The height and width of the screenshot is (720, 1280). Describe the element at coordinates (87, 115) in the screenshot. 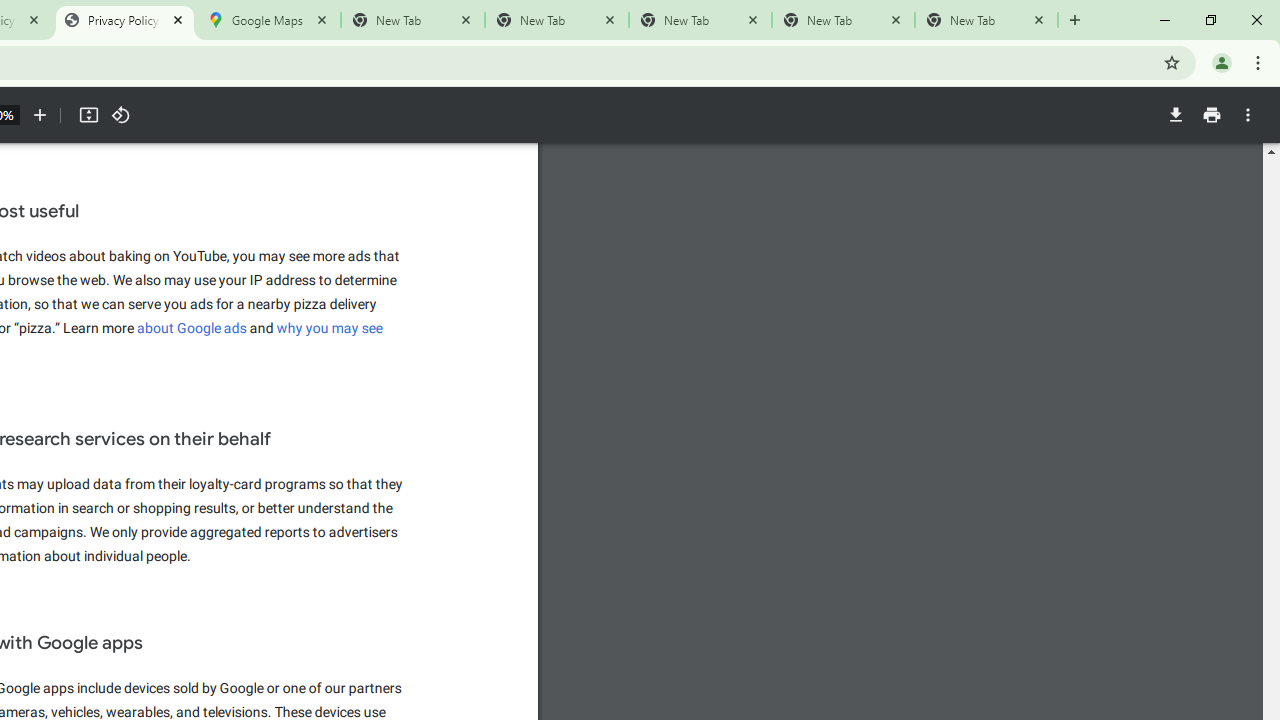

I see `'Fit to page'` at that location.